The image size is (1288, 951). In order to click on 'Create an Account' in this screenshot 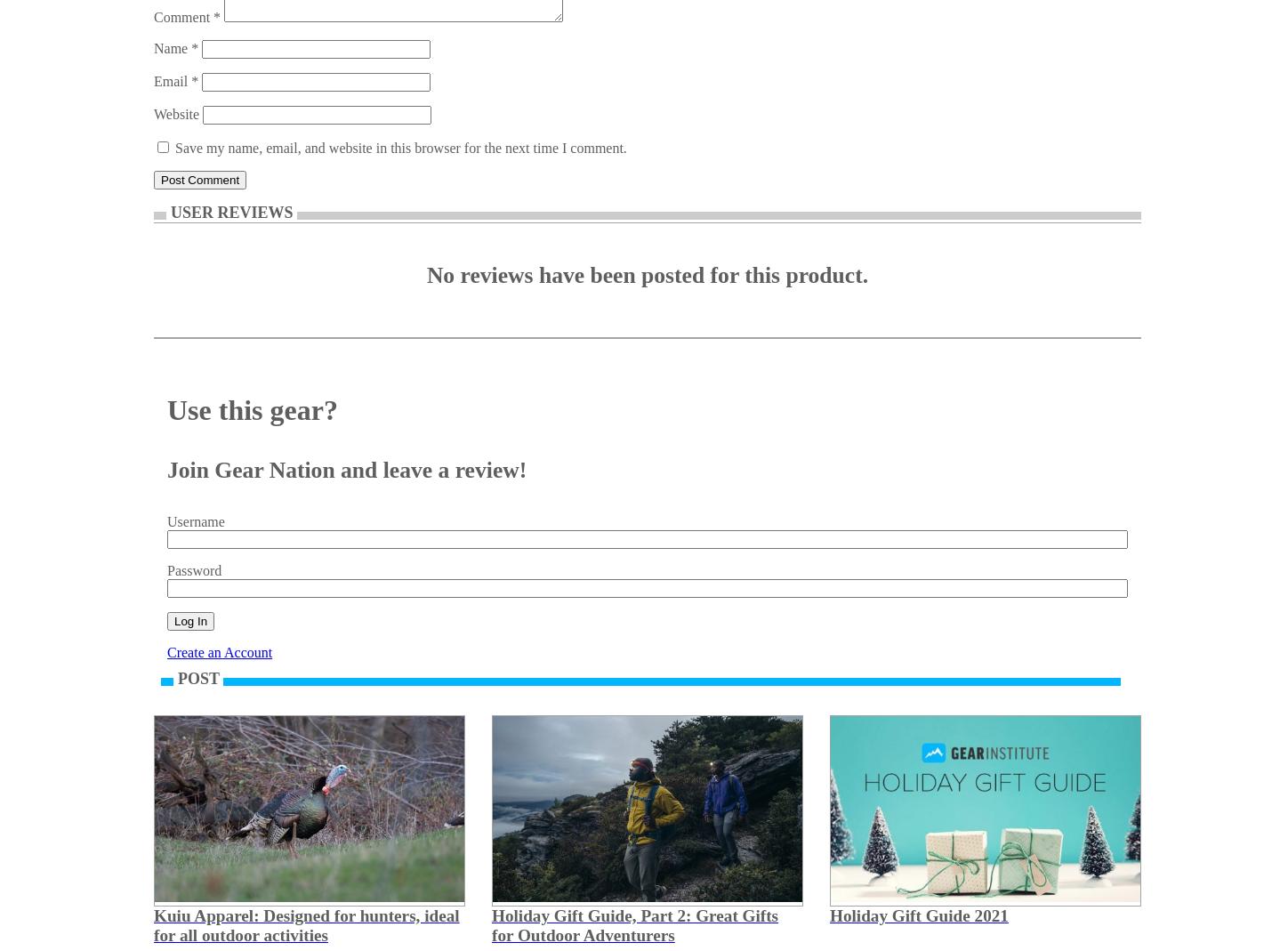, I will do `click(166, 651)`.